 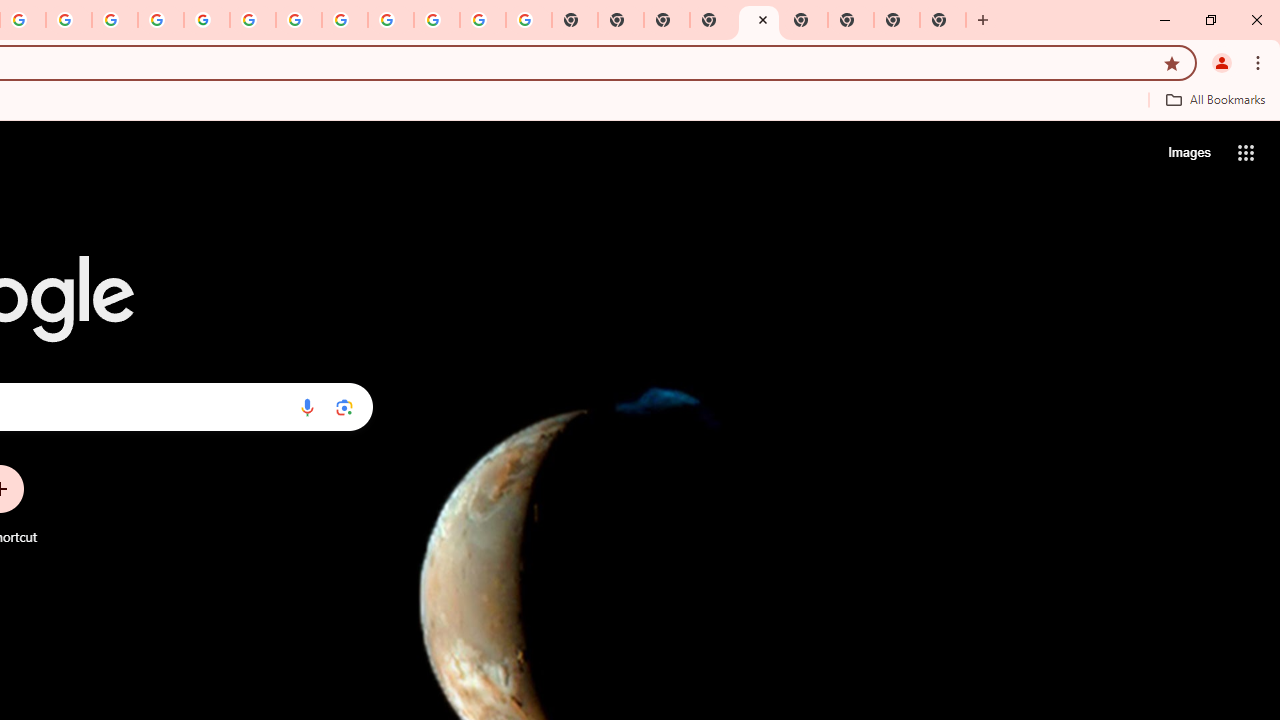 What do you see at coordinates (1245, 152) in the screenshot?
I see `'Google apps'` at bounding box center [1245, 152].